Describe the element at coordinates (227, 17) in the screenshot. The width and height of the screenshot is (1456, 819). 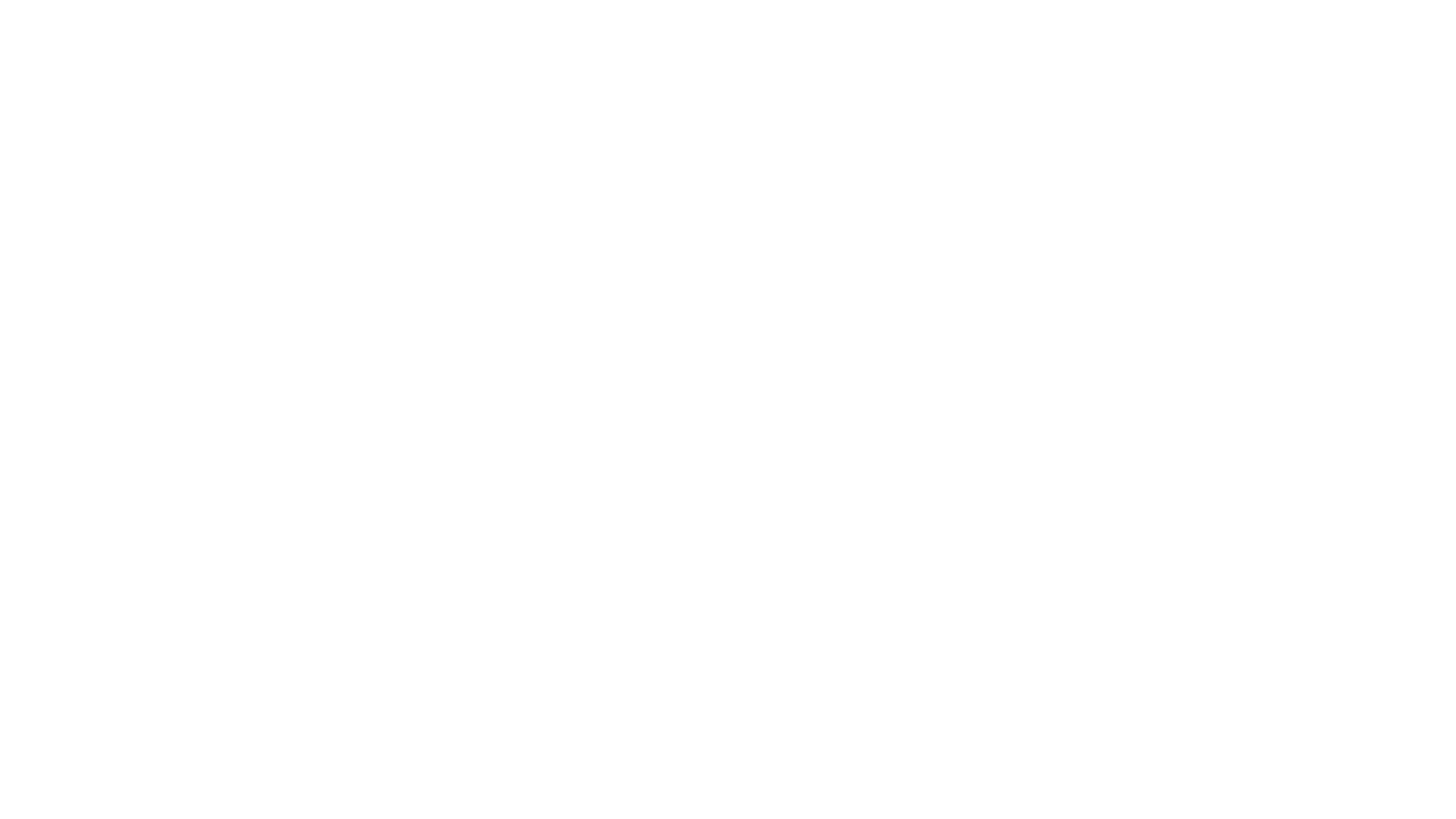
I see `Finance Operations` at that location.